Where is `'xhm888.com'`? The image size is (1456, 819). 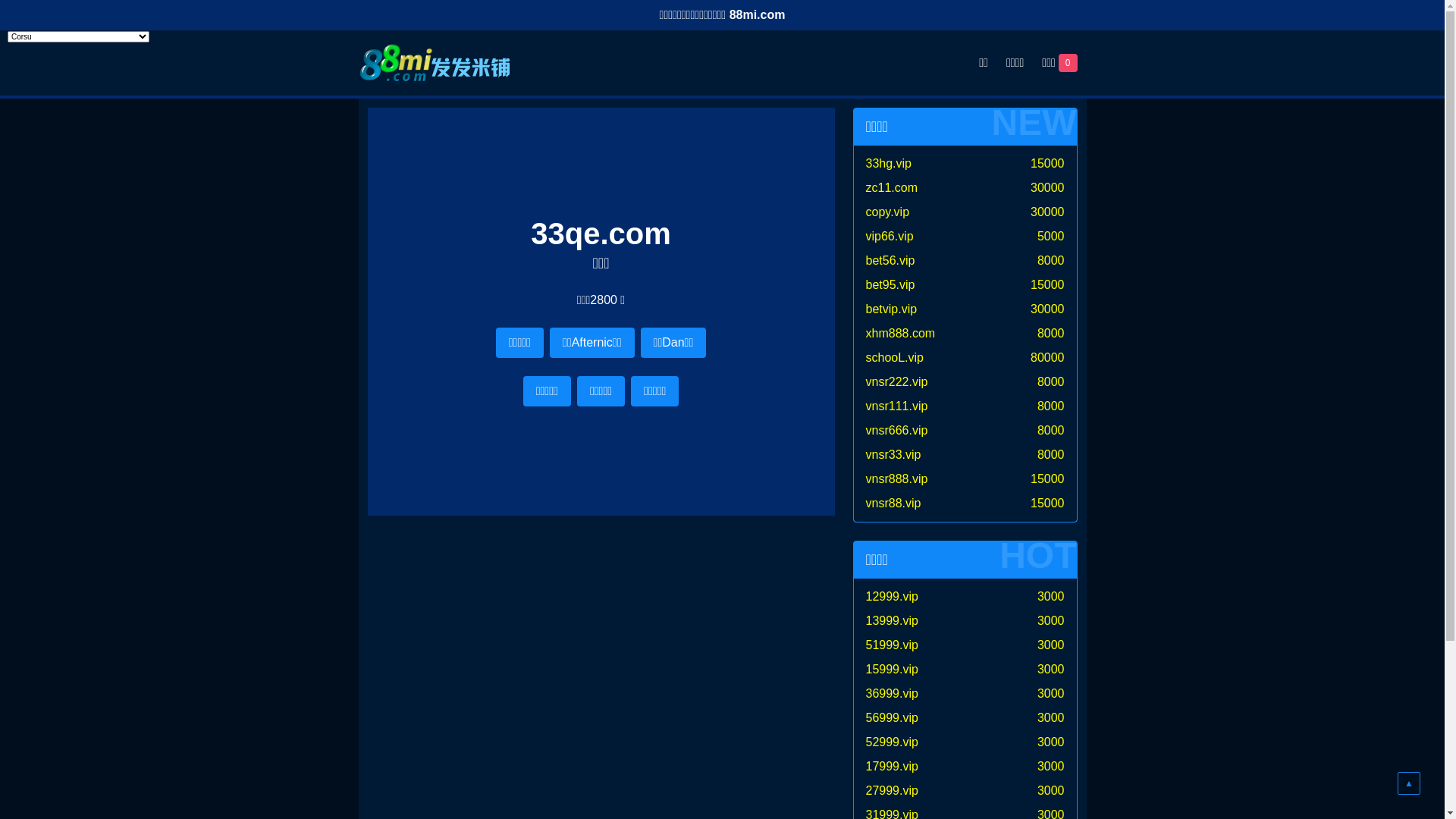
'xhm888.com' is located at coordinates (901, 332).